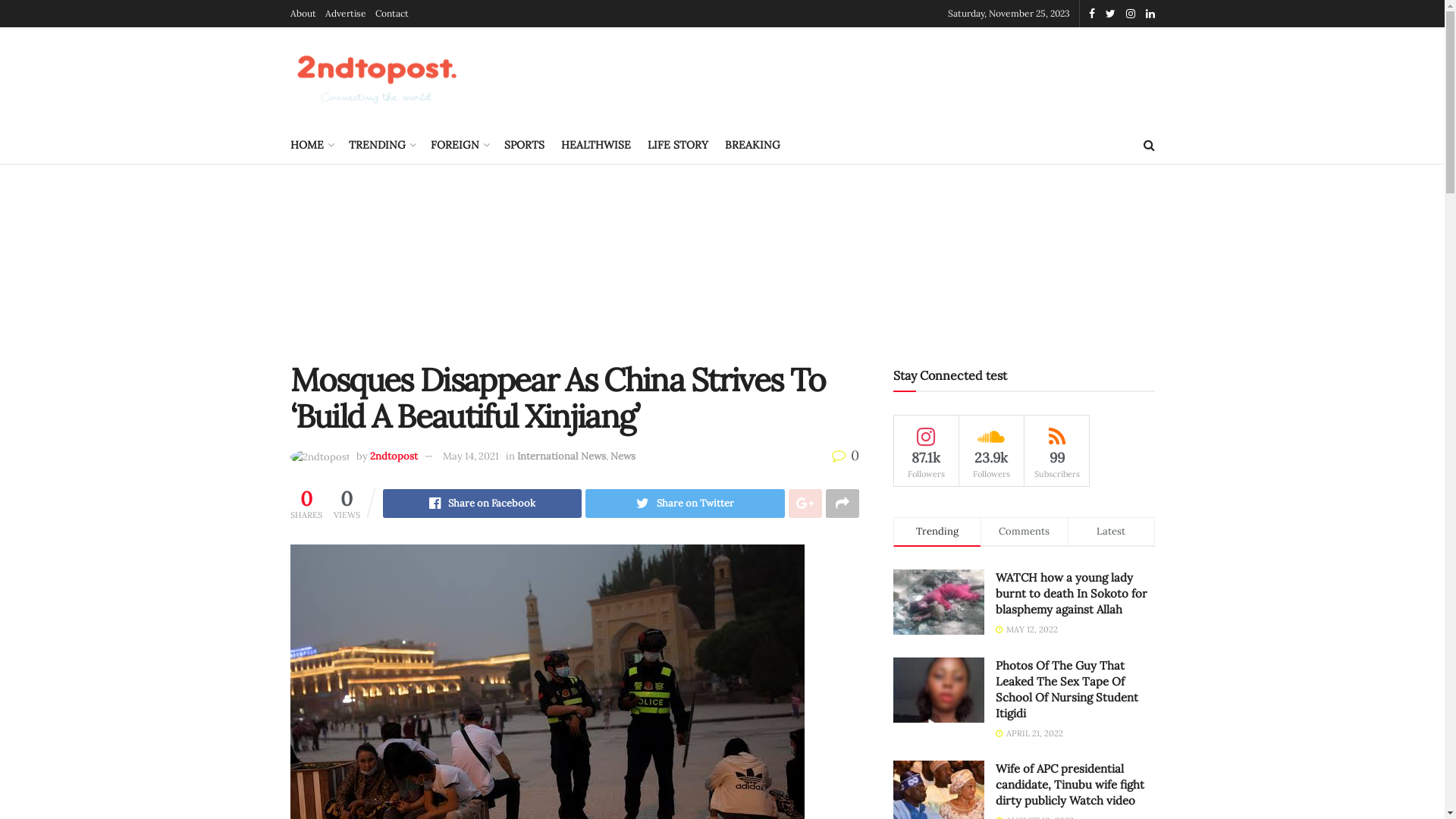  I want to click on 'FOREIGN', so click(458, 145).